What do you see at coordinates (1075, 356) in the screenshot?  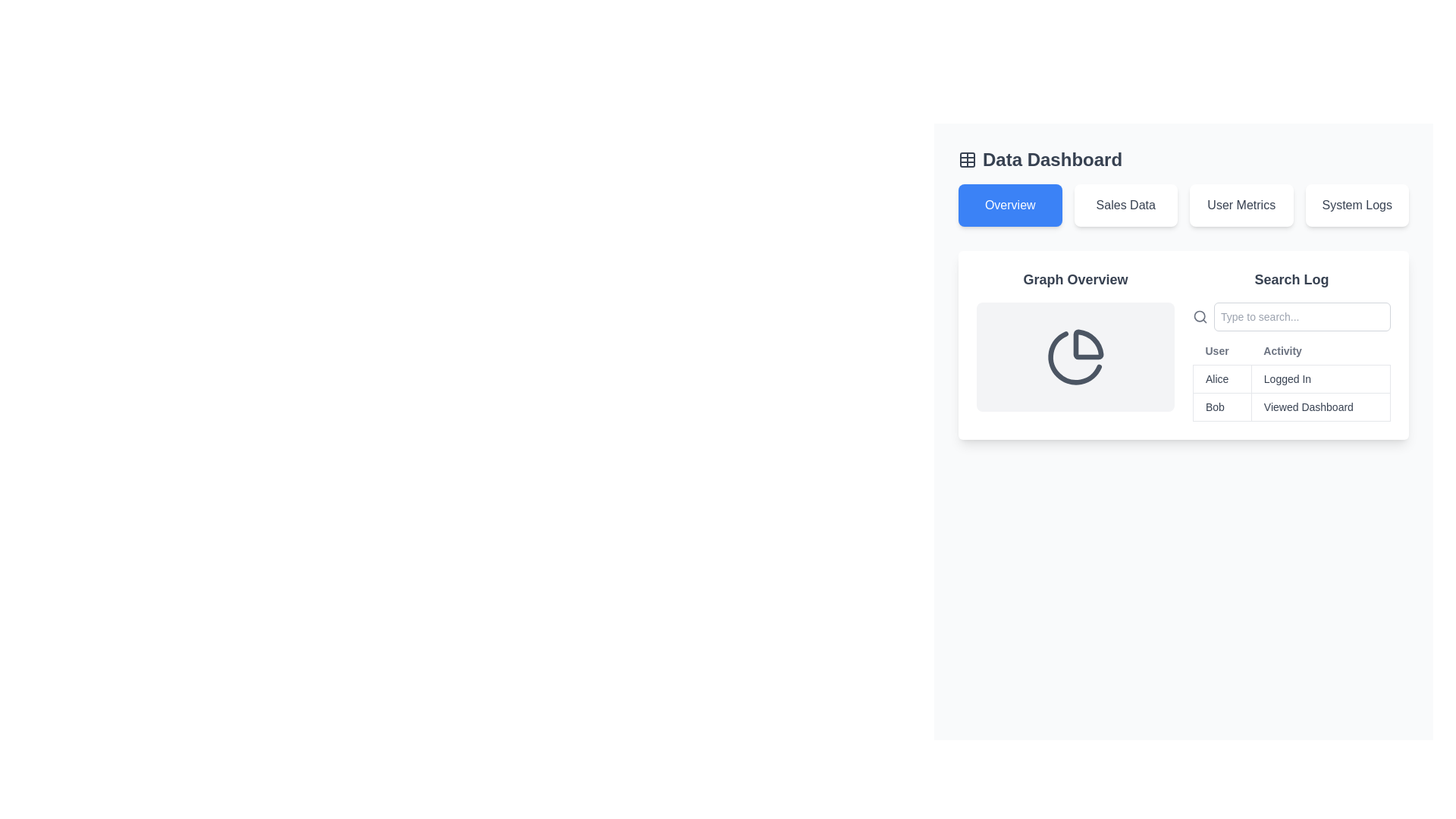 I see `the pie chart icon that is centrally positioned within the white card labeled 'Graph Overview'` at bounding box center [1075, 356].